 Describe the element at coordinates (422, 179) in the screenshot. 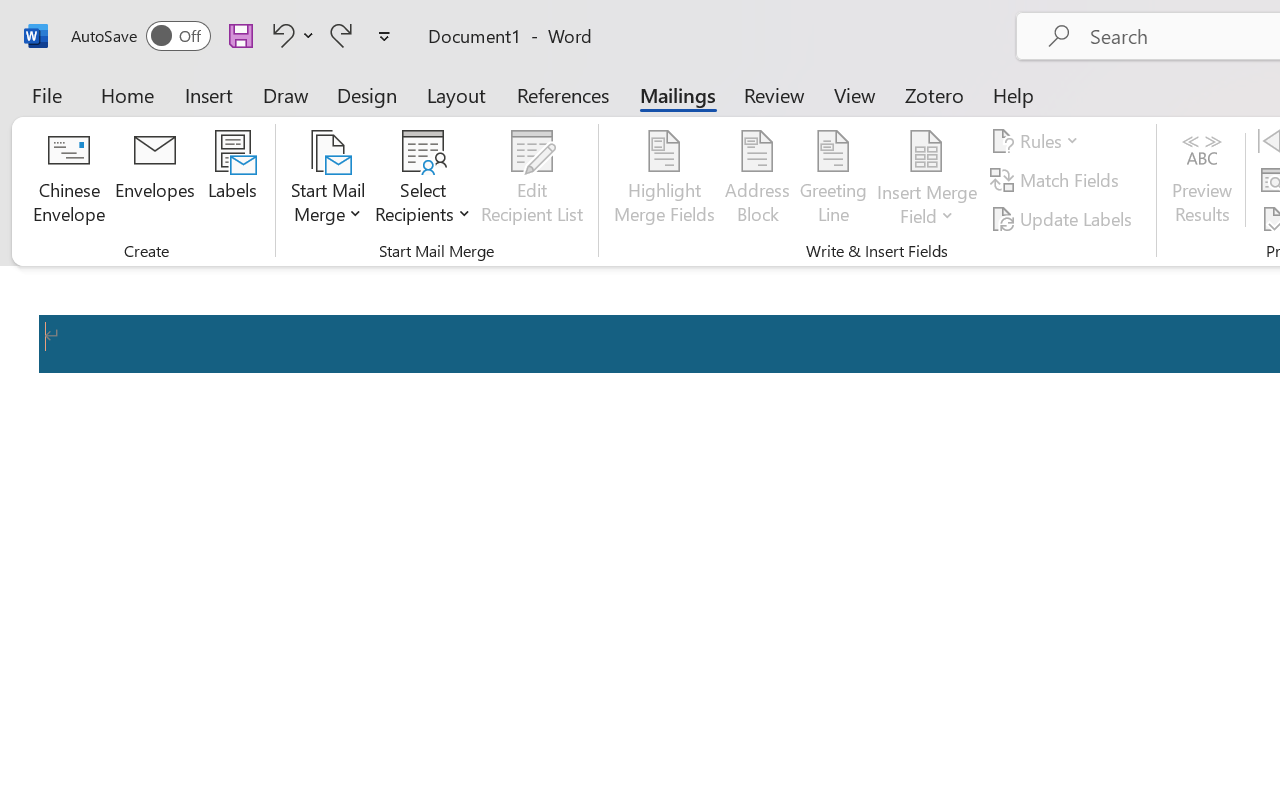

I see `'Select Recipients'` at that location.